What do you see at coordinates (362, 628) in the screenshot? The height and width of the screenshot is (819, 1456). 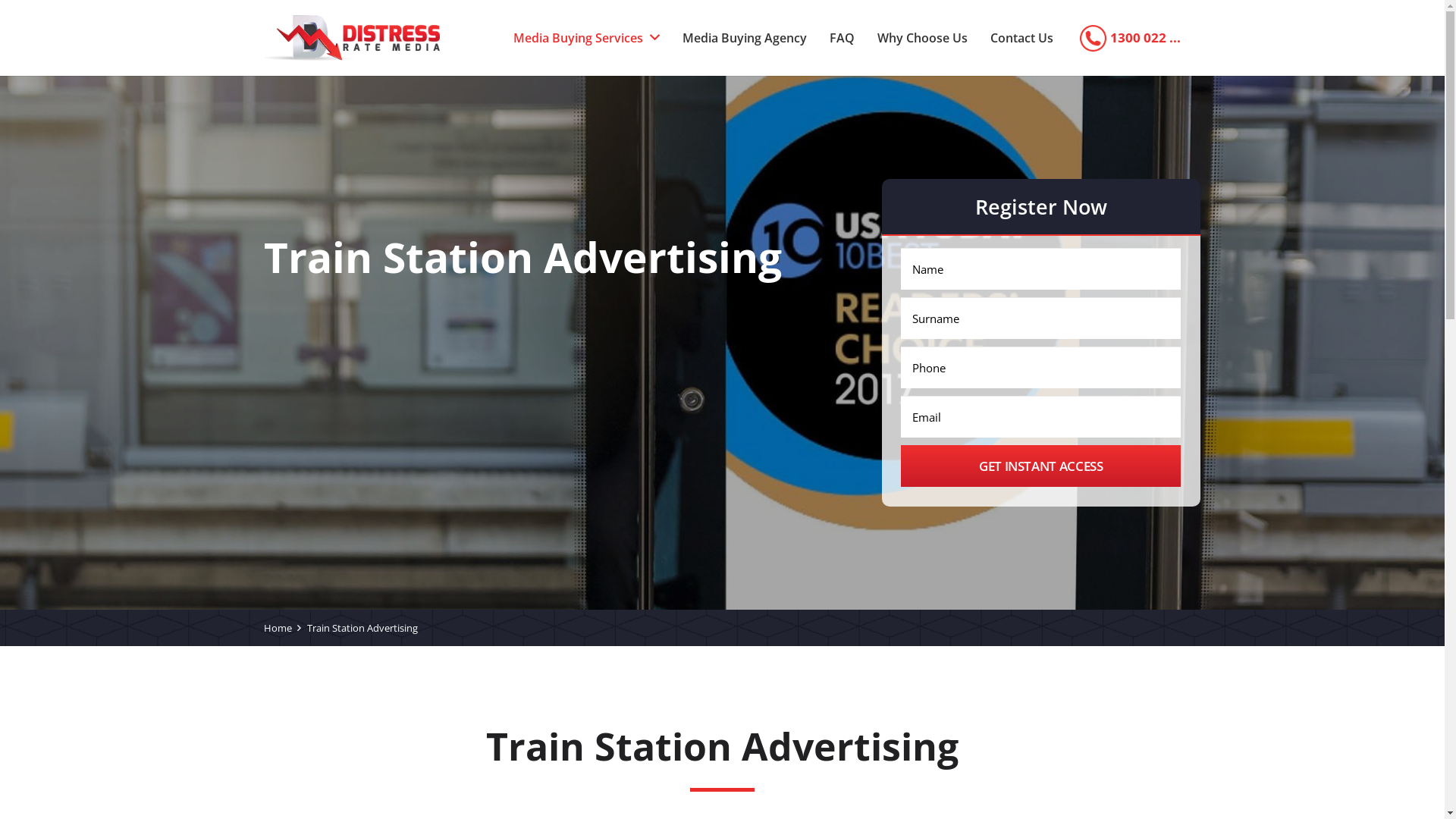 I see `'Train Station Advertising'` at bounding box center [362, 628].